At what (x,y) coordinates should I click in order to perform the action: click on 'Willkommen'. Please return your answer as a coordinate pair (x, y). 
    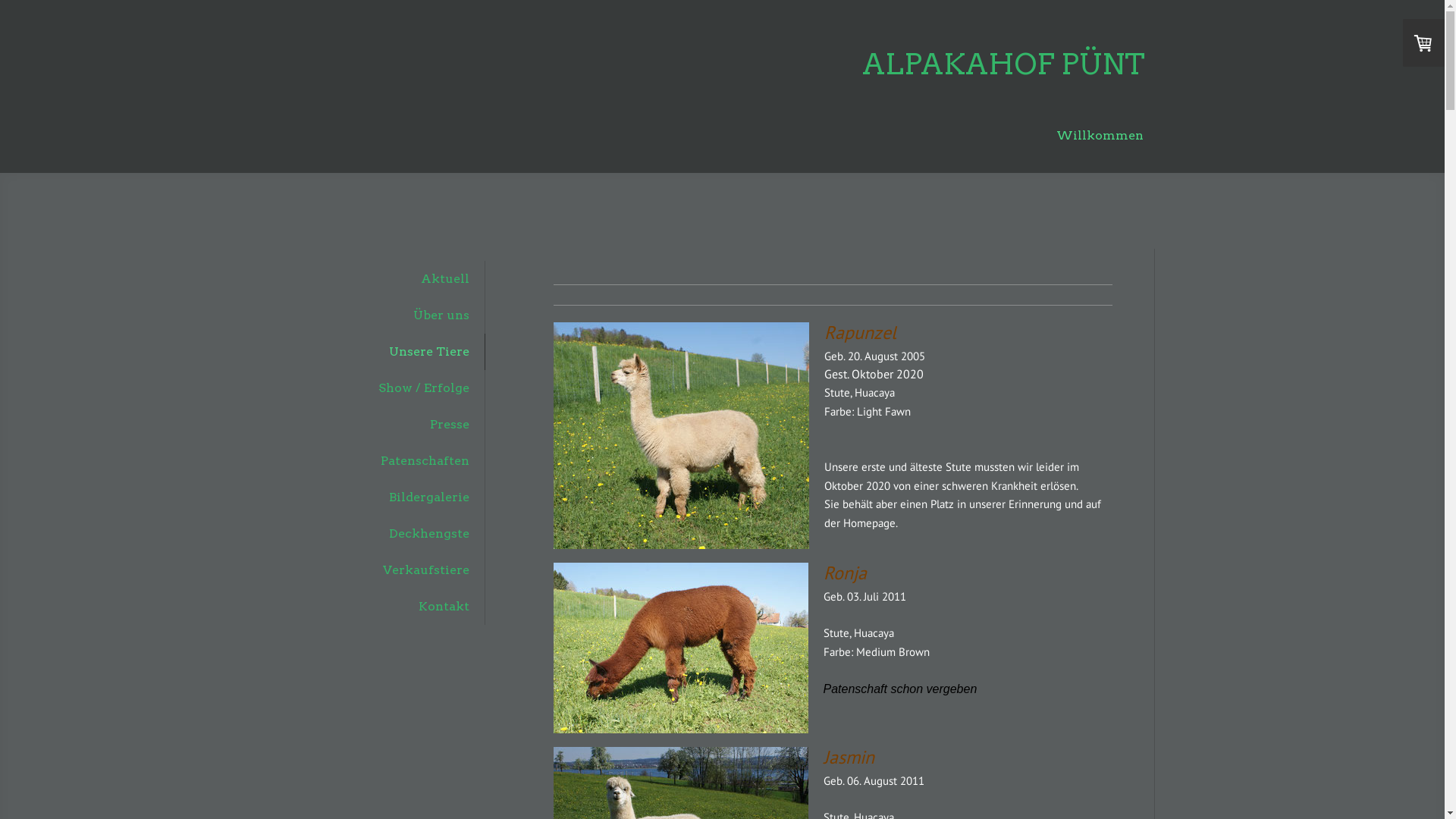
    Looking at the image, I should click on (1100, 136).